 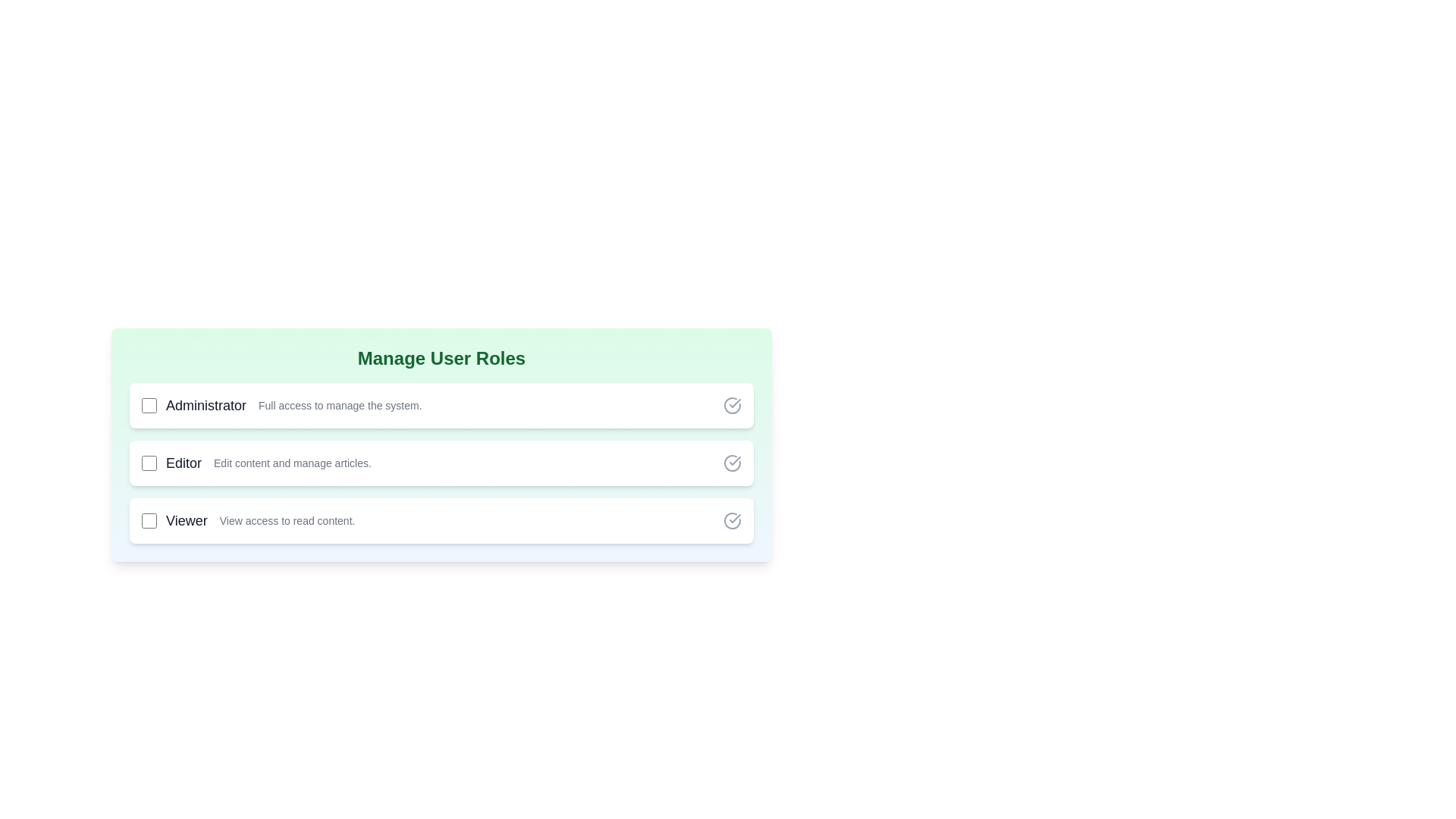 What do you see at coordinates (149, 405) in the screenshot?
I see `the role Administrator by clicking its checkbox` at bounding box center [149, 405].